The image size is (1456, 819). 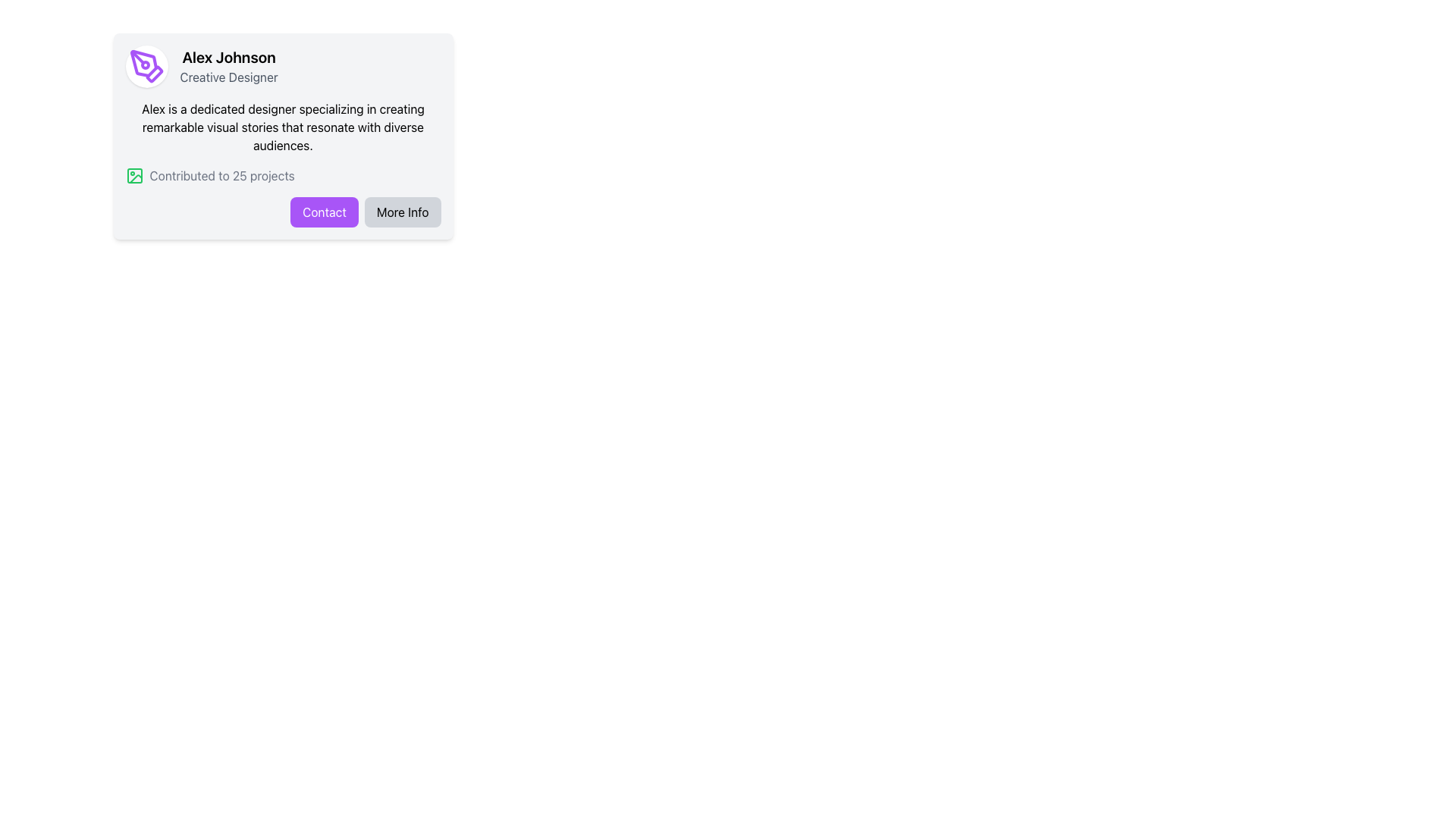 I want to click on the avatar icon located at the top-left corner of the profile card for 'Alex Johnson', adjacent to the text 'Alex Johnson' and 'Creative Designer', so click(x=146, y=66).